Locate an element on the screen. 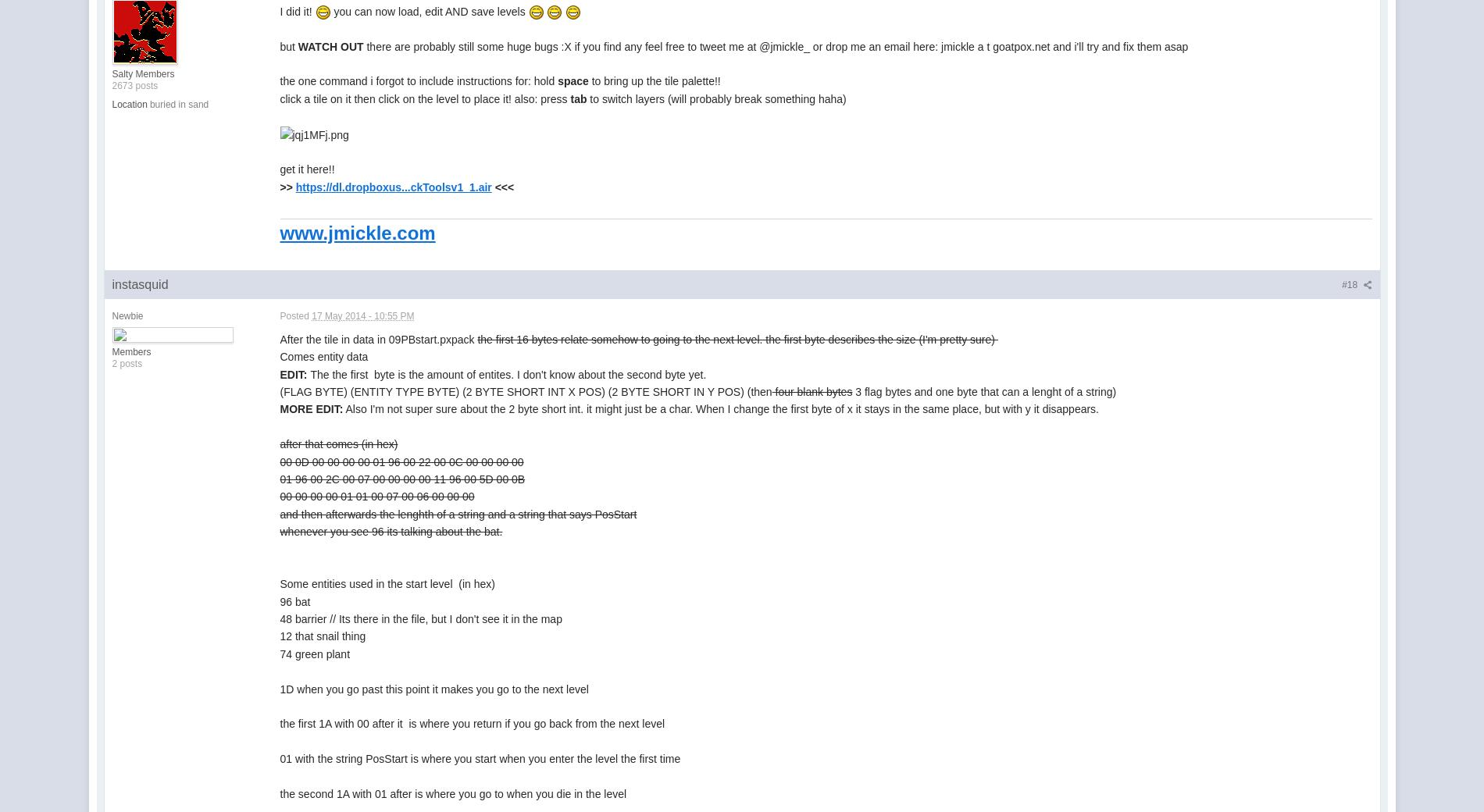 This screenshot has height=812, width=1484. 'MORE EDIT:' is located at coordinates (310, 408).